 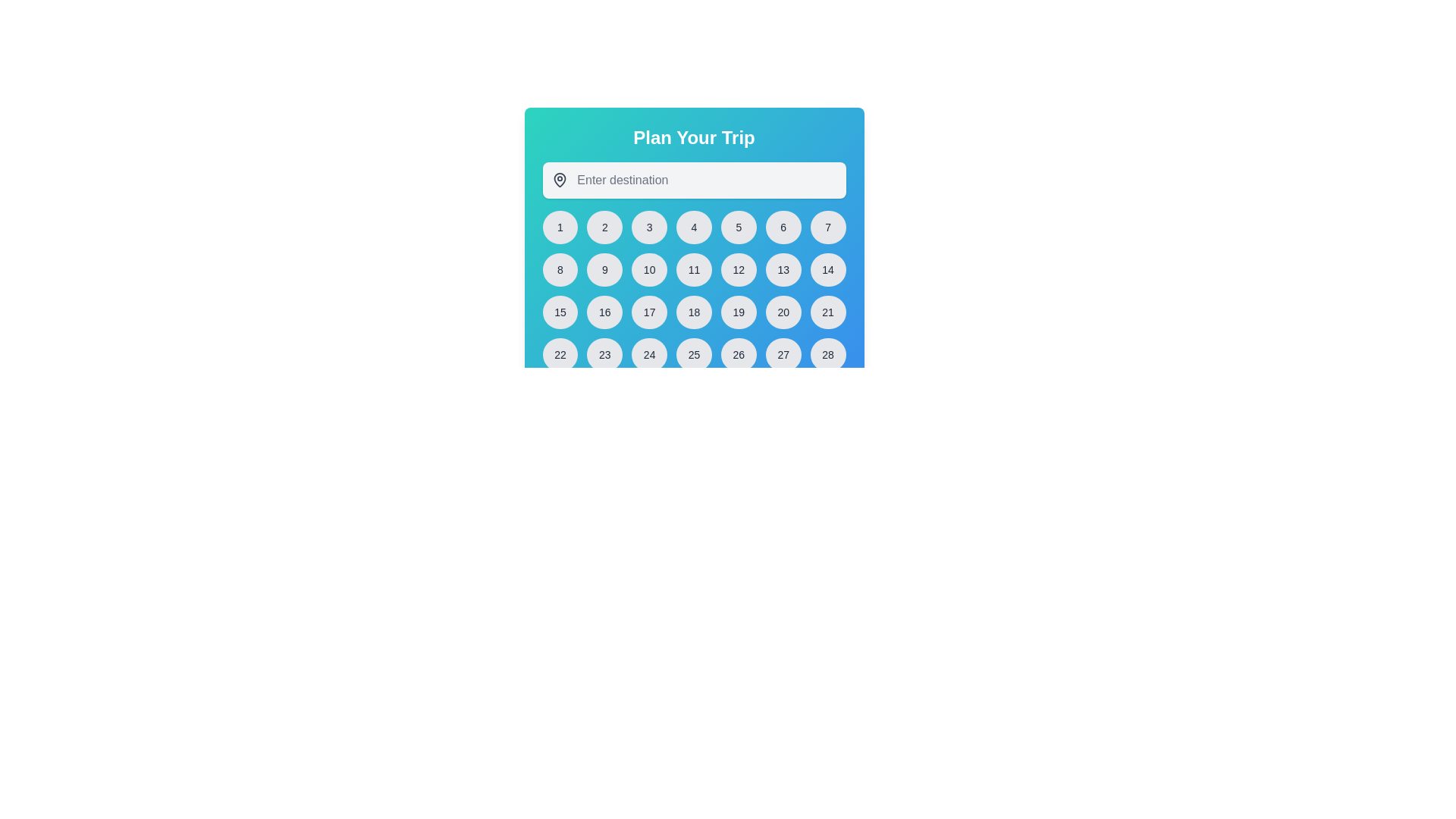 I want to click on the circular button labeled '28' with a gray background located in the bottom-right of the grid of buttons, so click(x=827, y=354).